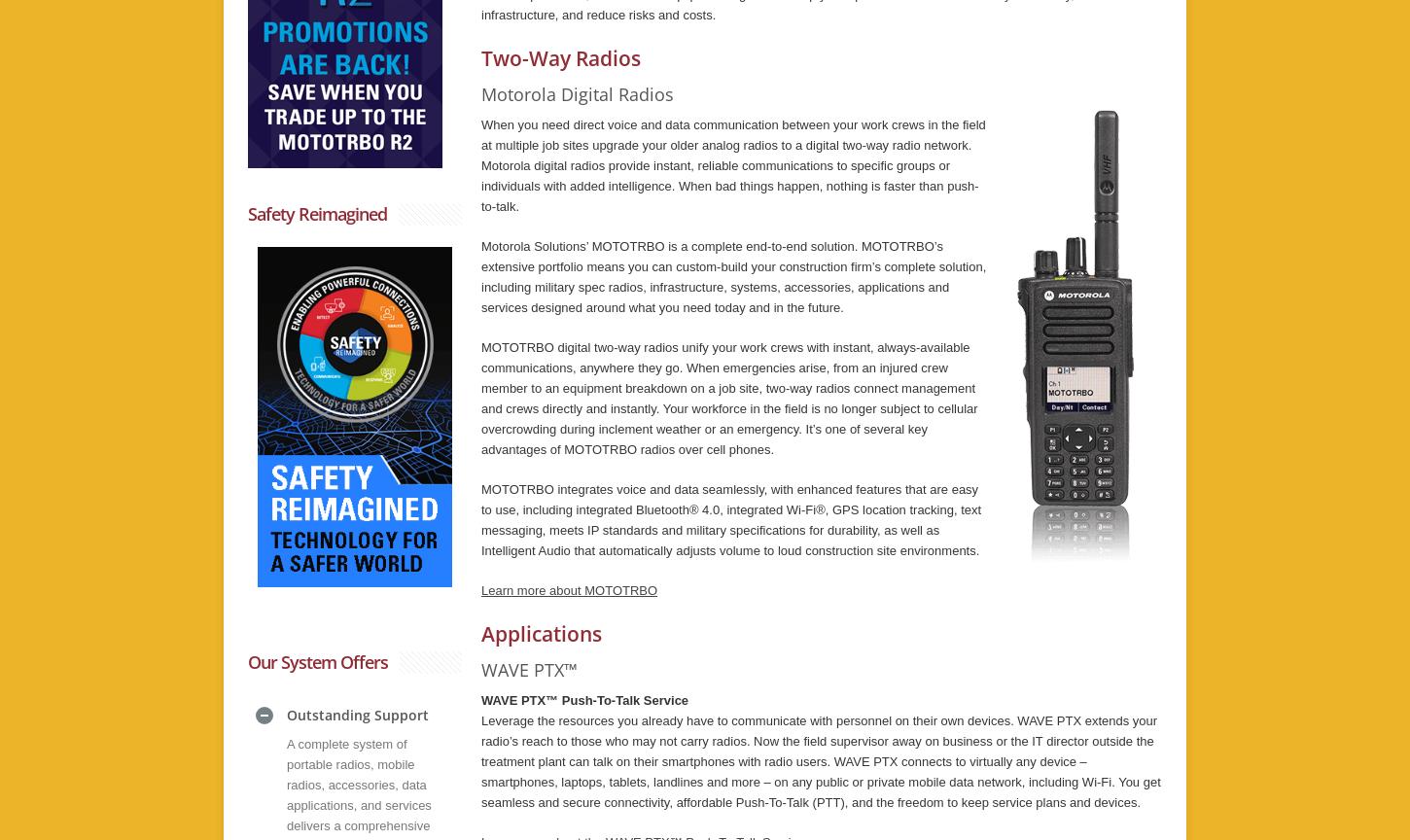 This screenshot has width=1410, height=840. Describe the element at coordinates (584, 700) in the screenshot. I see `'WAVE PTX™ Push-To-Talk Service'` at that location.